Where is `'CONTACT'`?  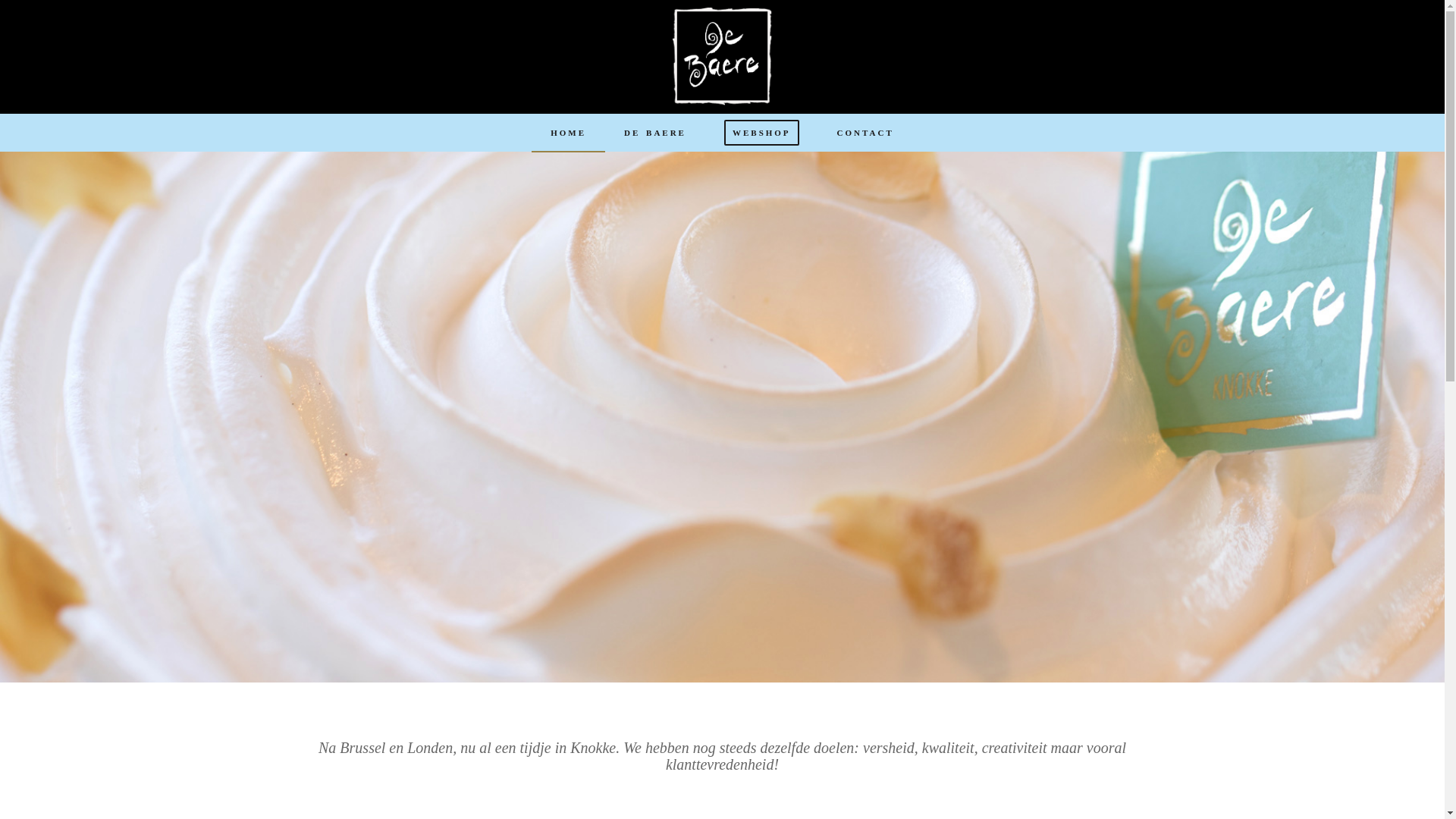 'CONTACT' is located at coordinates (865, 131).